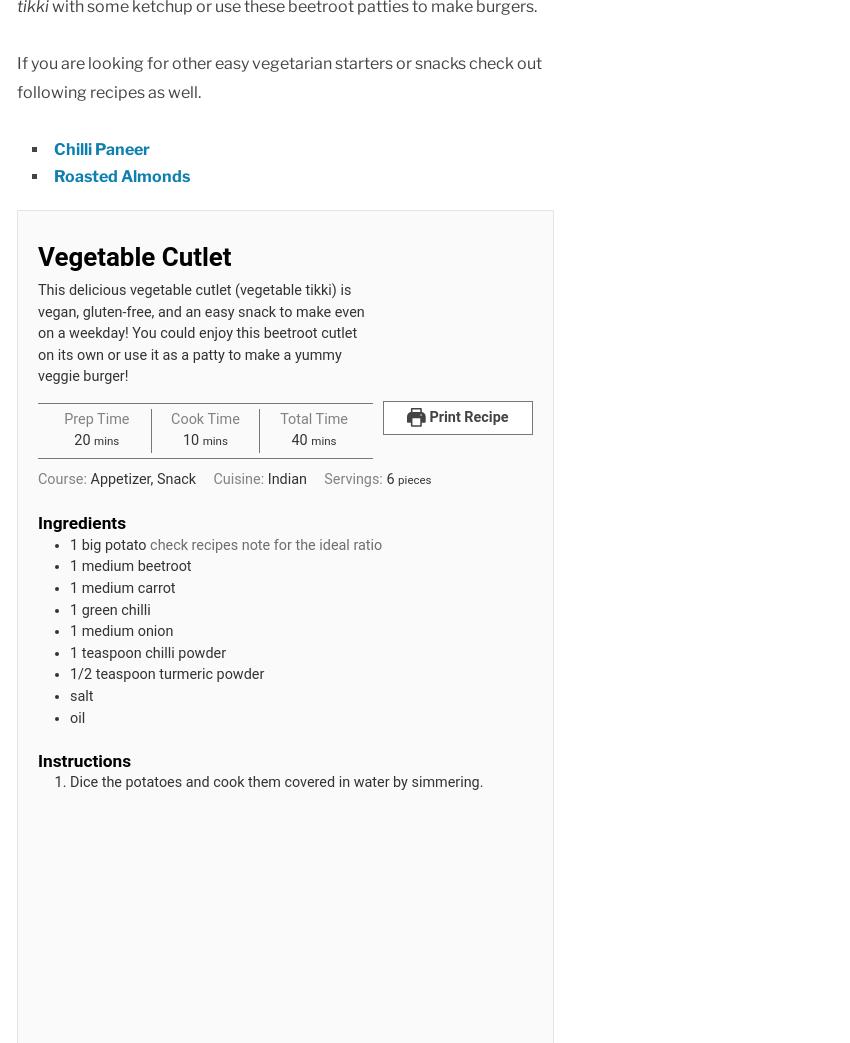  I want to click on 'Total Time', so click(313, 418).